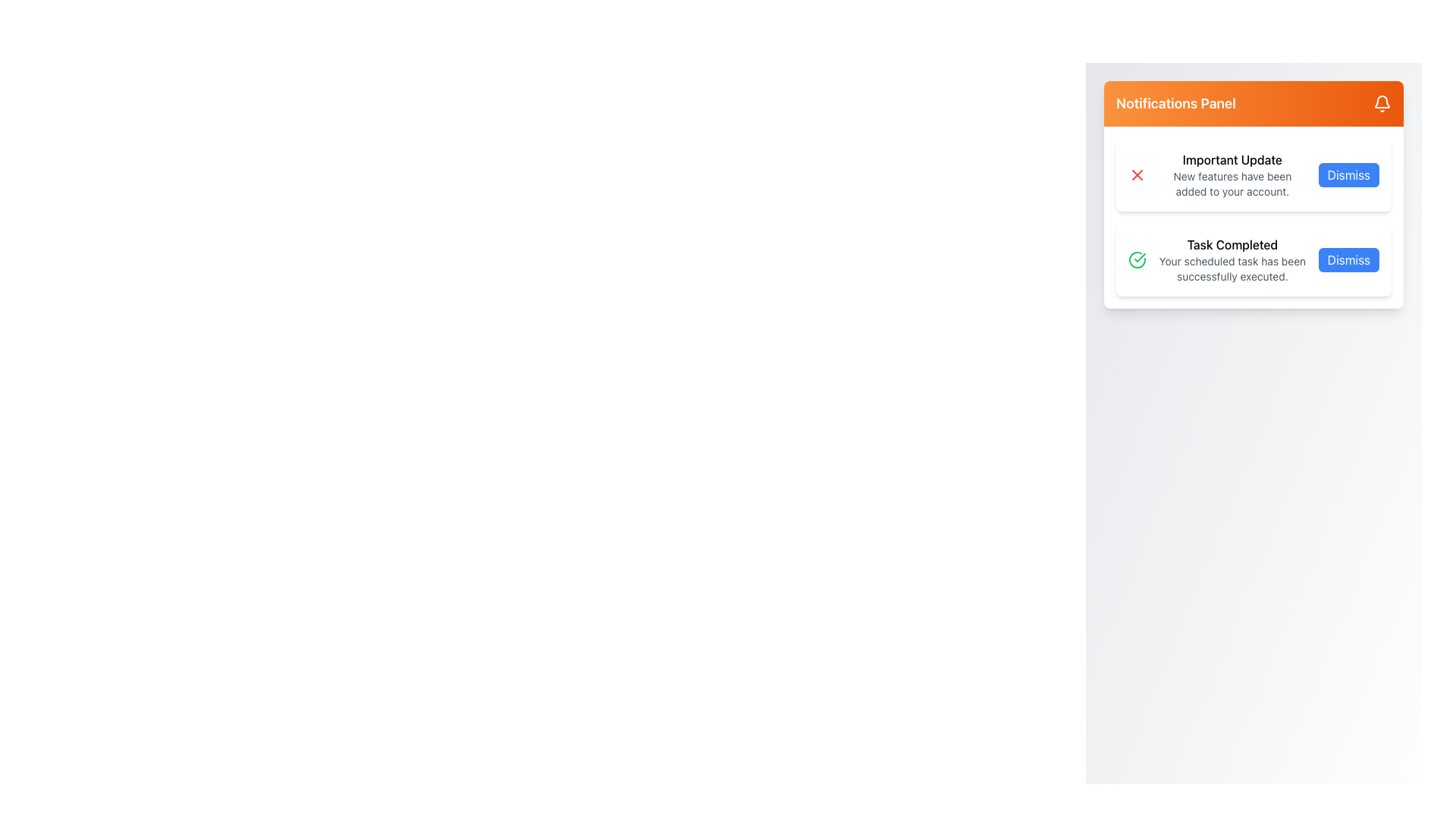 The height and width of the screenshot is (819, 1456). I want to click on the Static Text Label displaying 'Task Completed' at the top of the notification card in the Notifications Panel, so click(1232, 244).